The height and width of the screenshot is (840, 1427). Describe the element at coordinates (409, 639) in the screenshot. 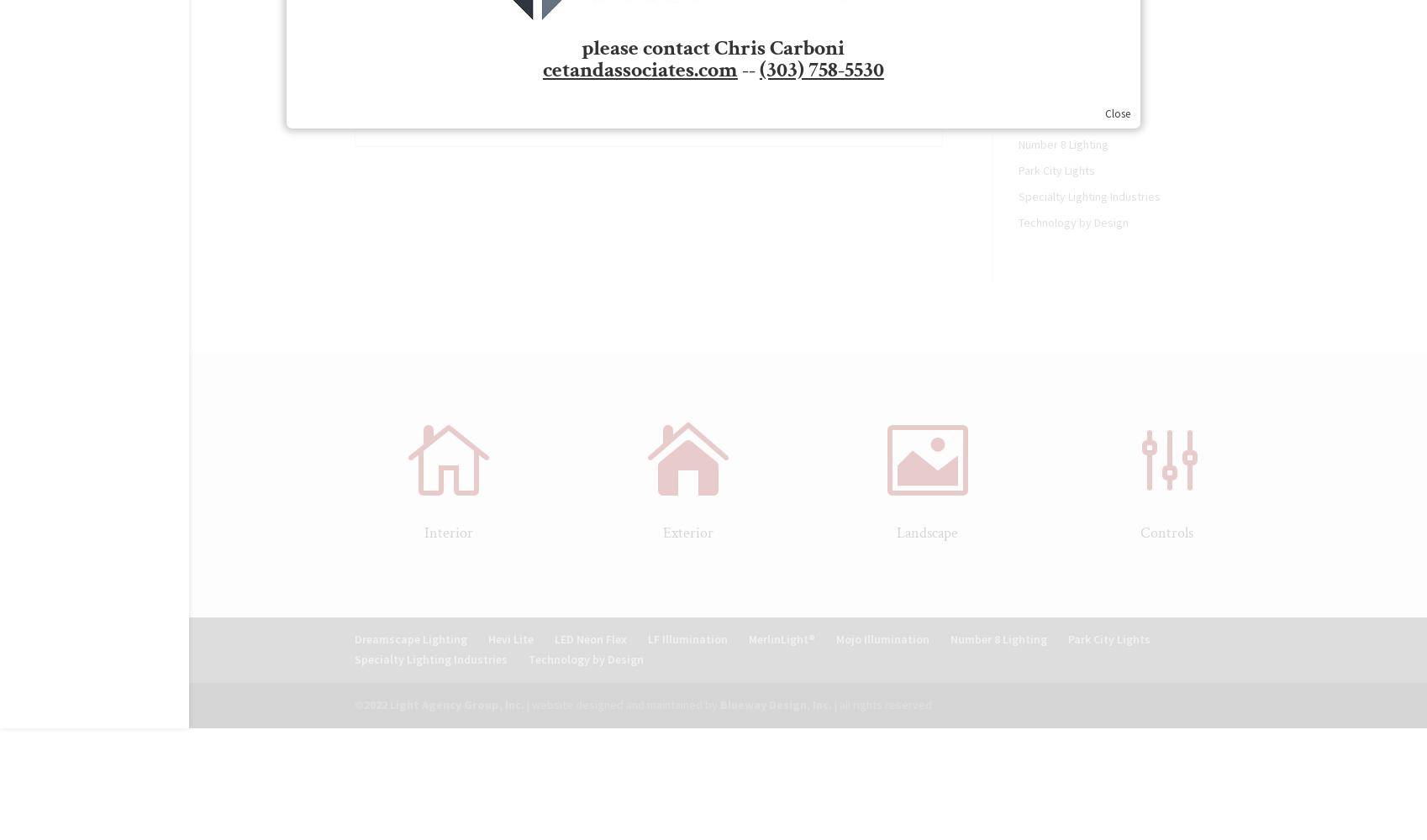

I see `'Dreamscape Lighting'` at that location.